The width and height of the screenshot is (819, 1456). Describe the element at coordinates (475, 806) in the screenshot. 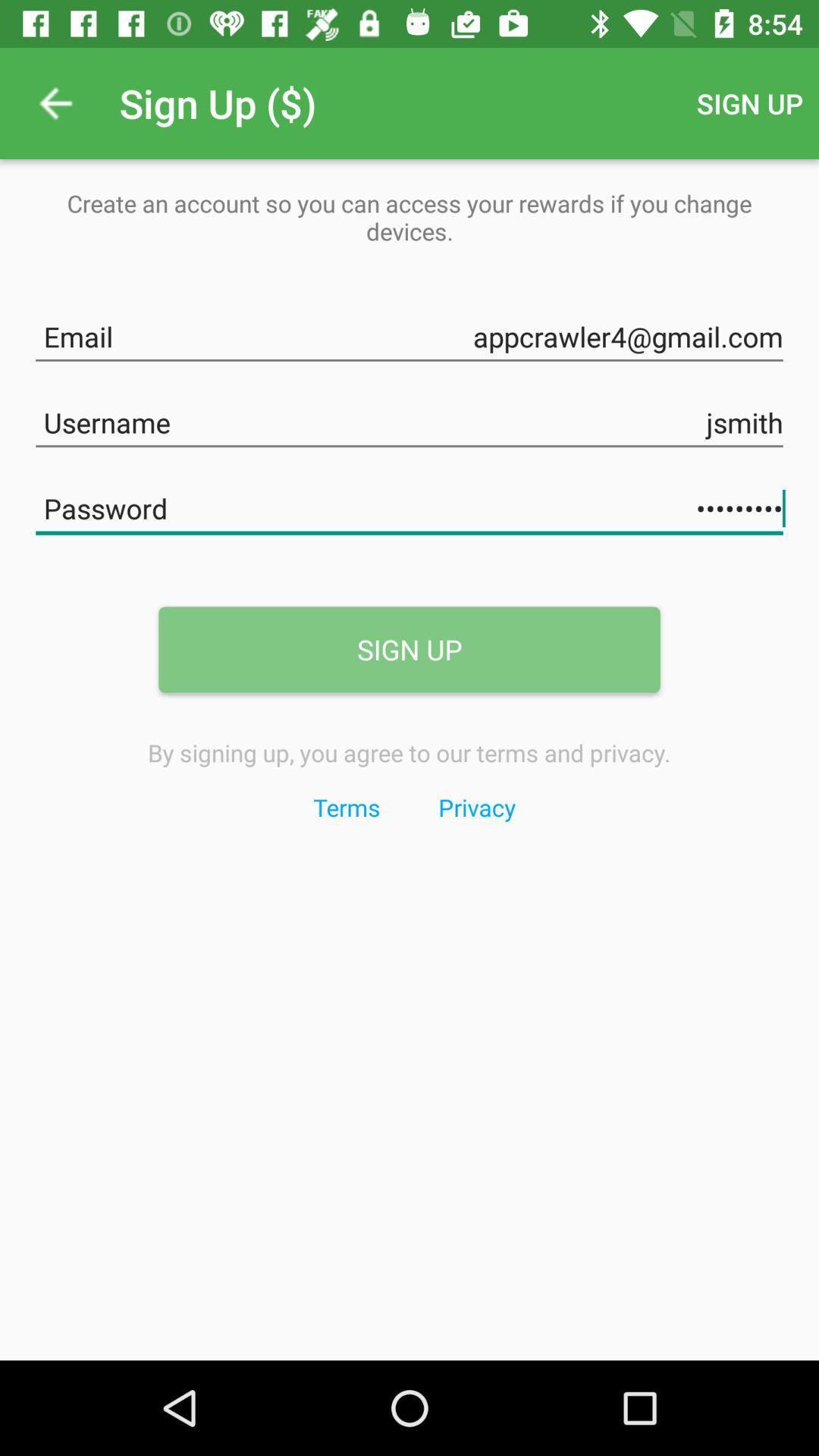

I see `privacy shown right to terms` at that location.